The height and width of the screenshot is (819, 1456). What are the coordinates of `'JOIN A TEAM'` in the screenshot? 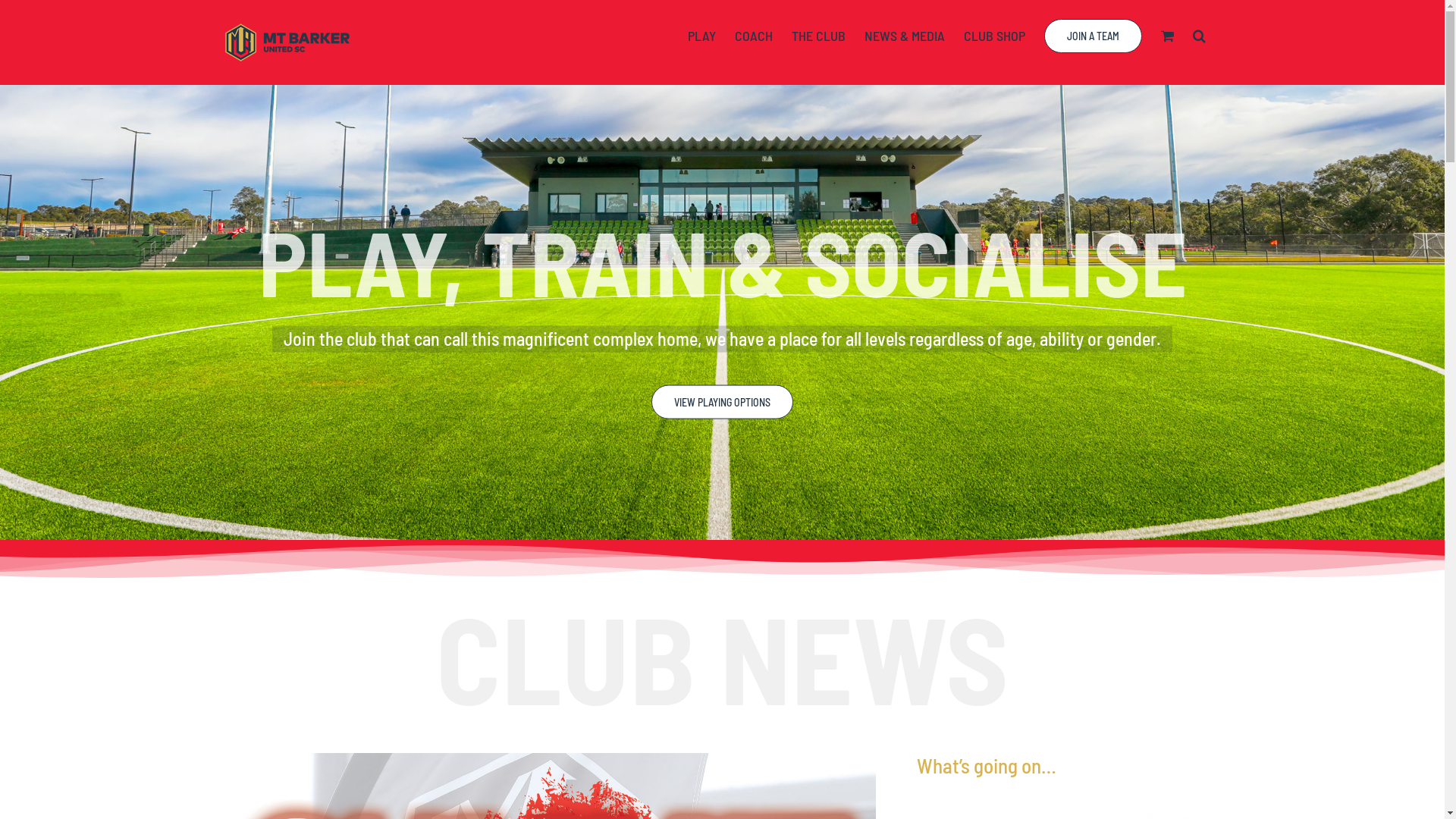 It's located at (1043, 34).